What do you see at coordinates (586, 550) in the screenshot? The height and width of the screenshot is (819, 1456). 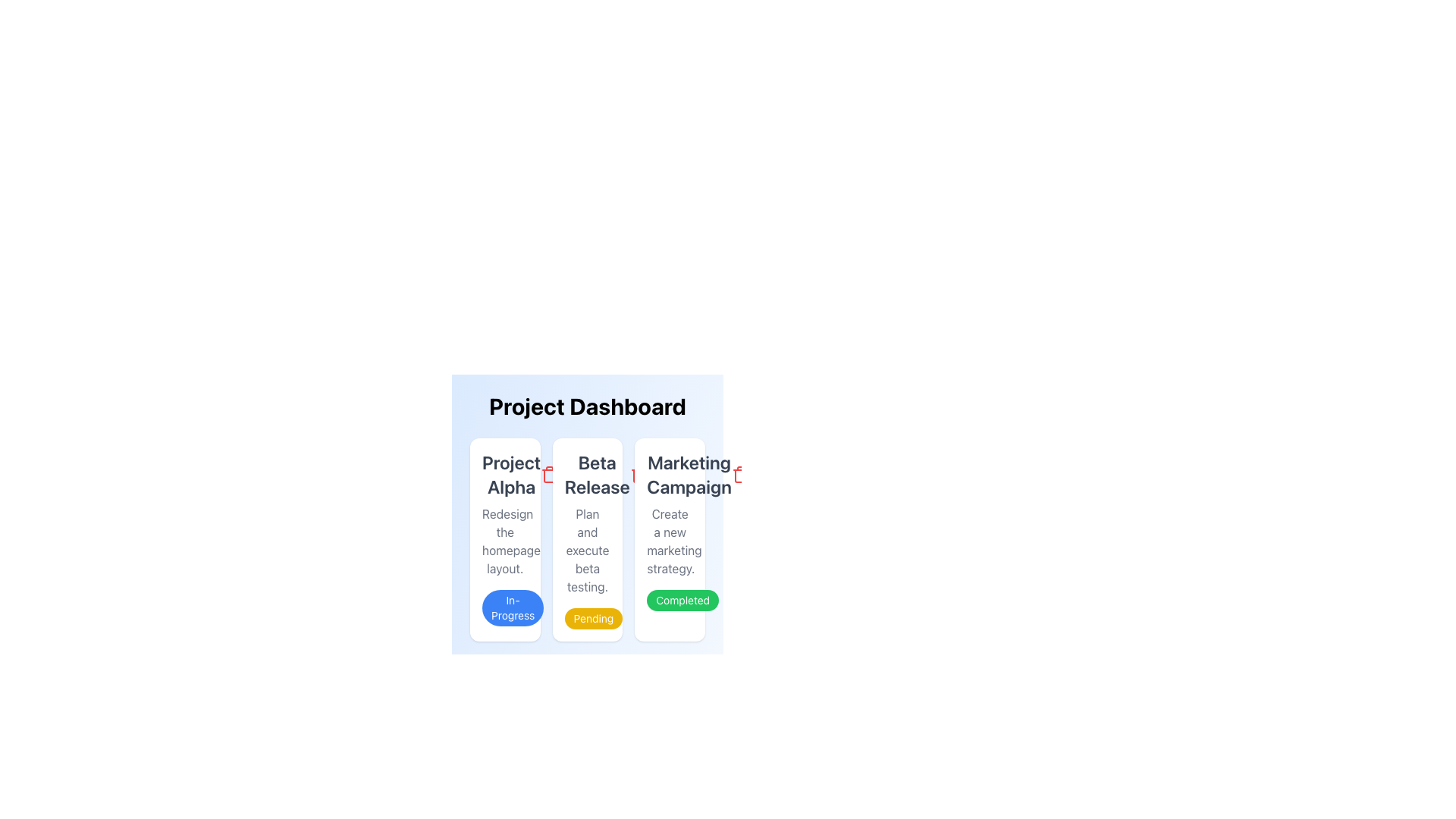 I see `the static text element displaying 'Plan and execute beta testing.' located in the second project card titled 'Beta Release', positioned above the yellow circular 'Pending' status badge` at bounding box center [586, 550].